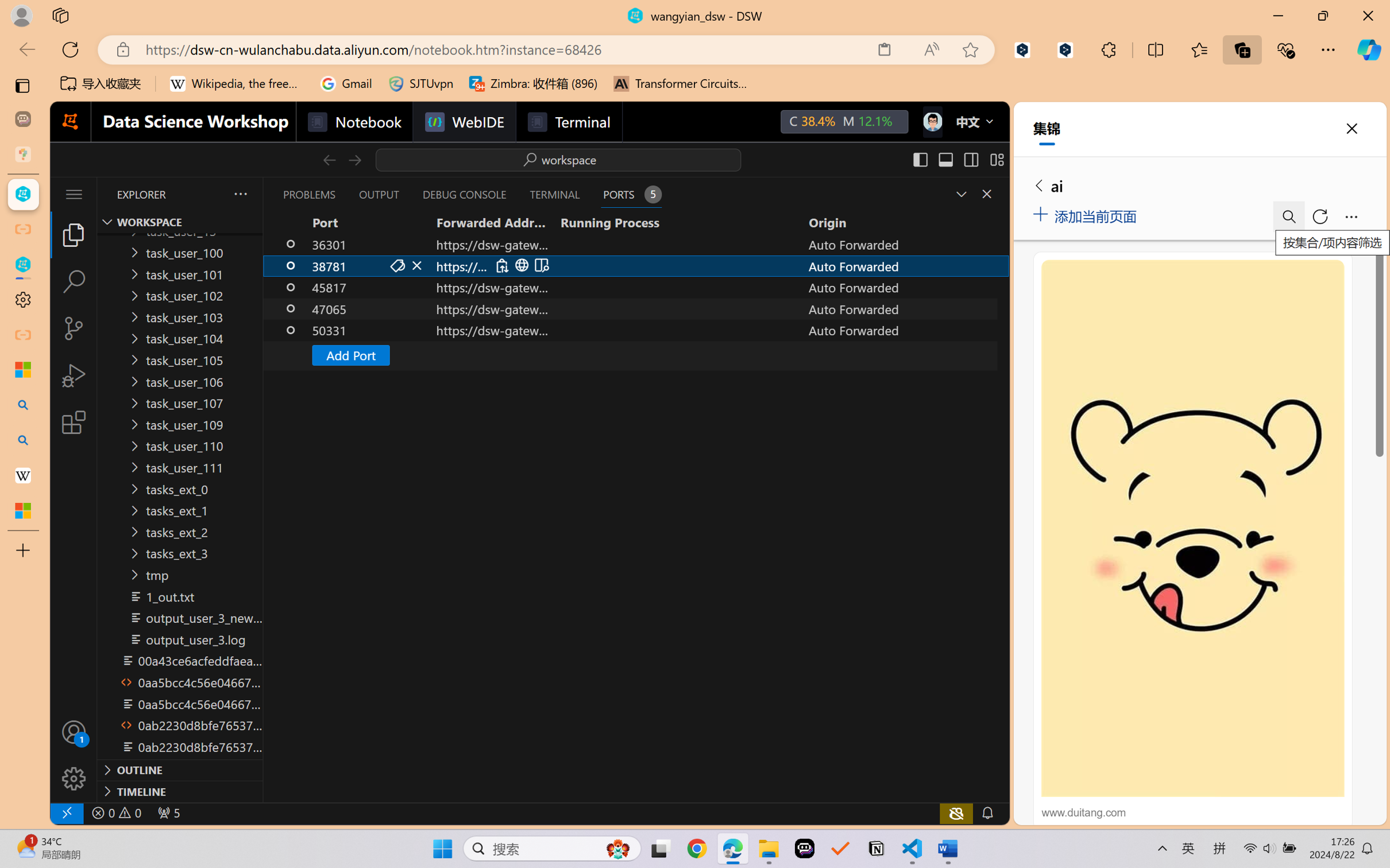 This screenshot has height=868, width=1390. Describe the element at coordinates (22, 475) in the screenshot. I see `'Earth - Wikipedia'` at that location.